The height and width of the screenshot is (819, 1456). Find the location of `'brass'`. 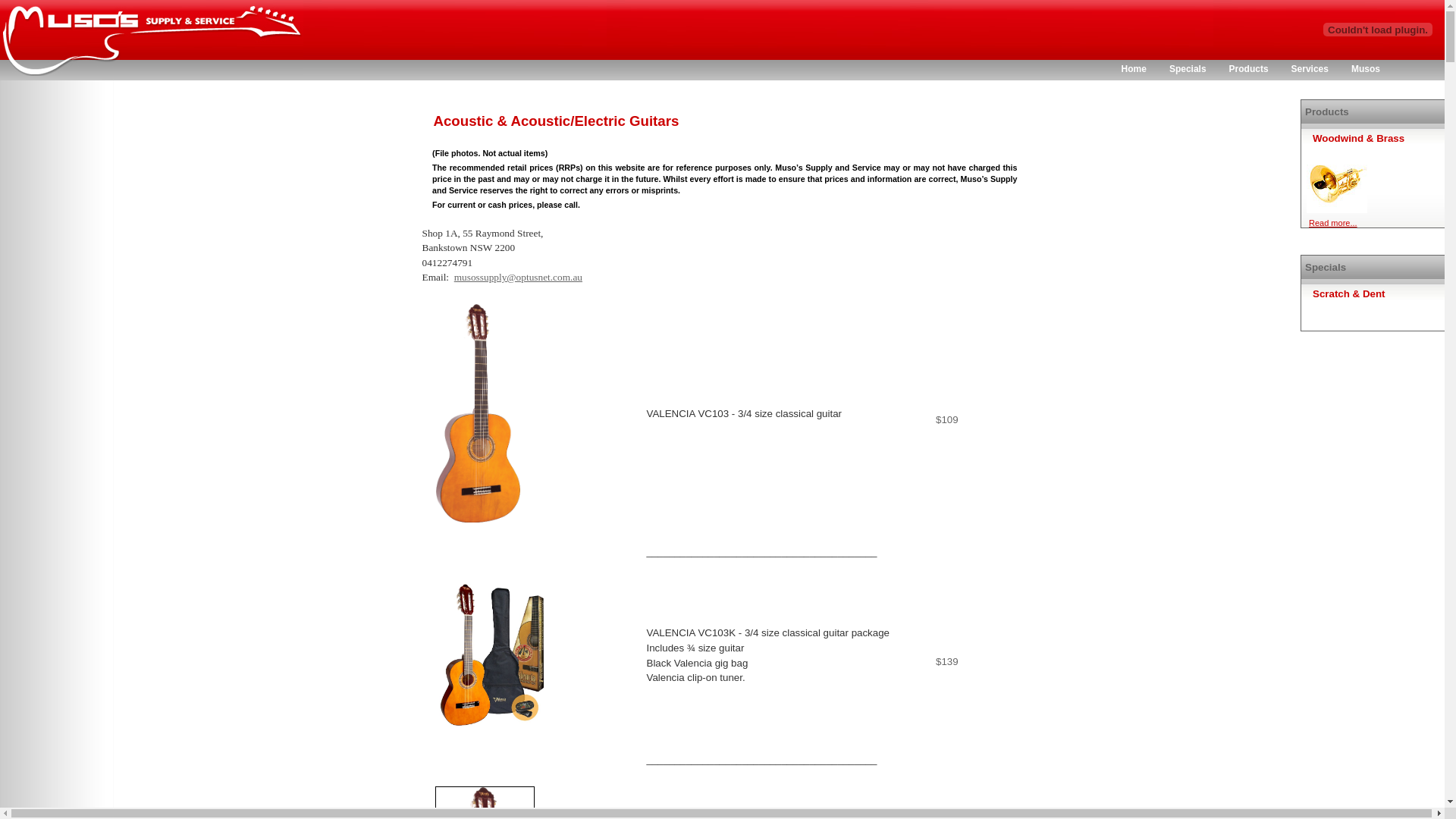

'brass' is located at coordinates (1336, 181).